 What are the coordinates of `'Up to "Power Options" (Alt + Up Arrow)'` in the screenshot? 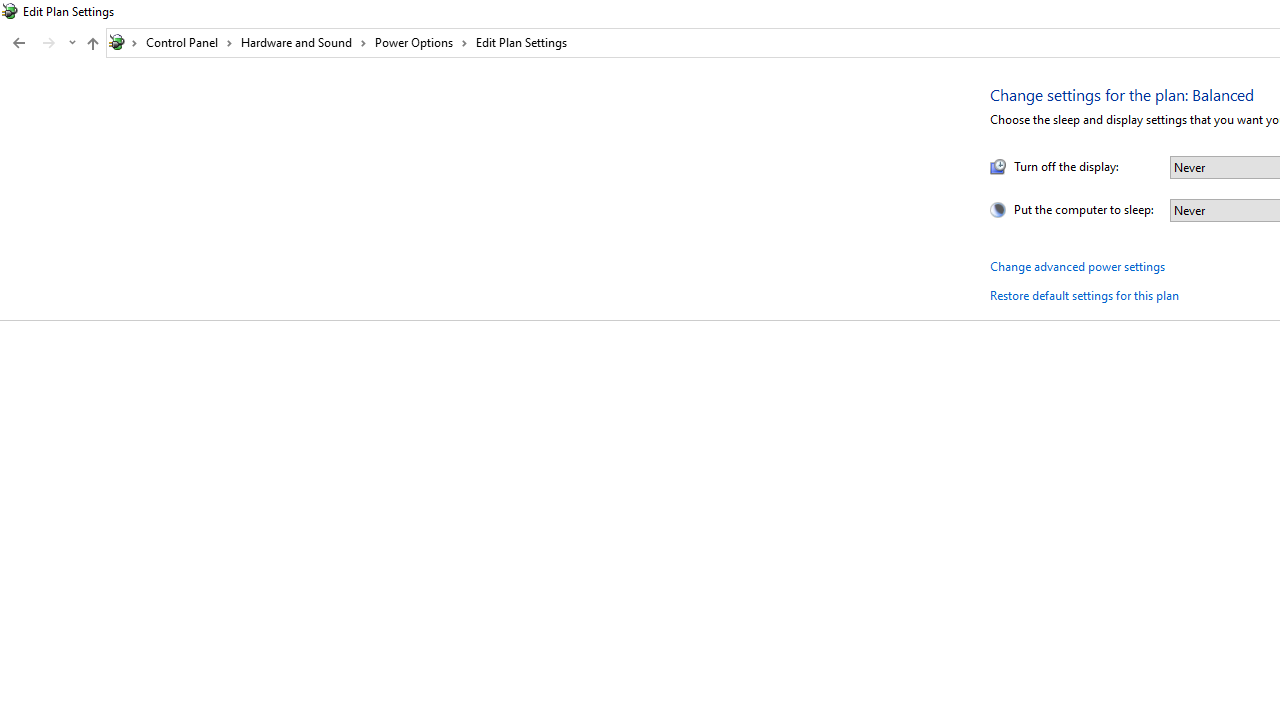 It's located at (91, 43).